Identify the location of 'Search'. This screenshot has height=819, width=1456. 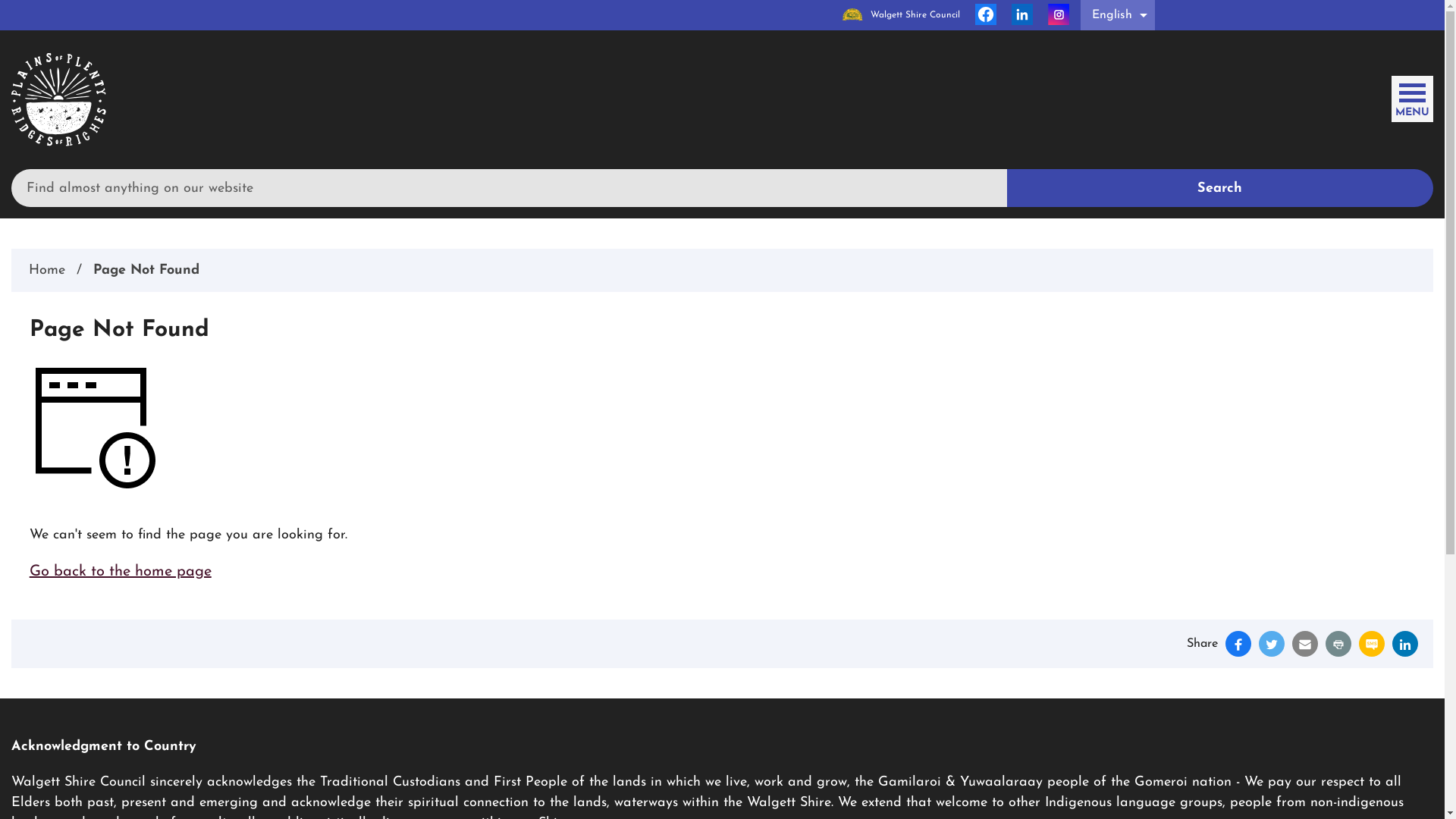
(1007, 187).